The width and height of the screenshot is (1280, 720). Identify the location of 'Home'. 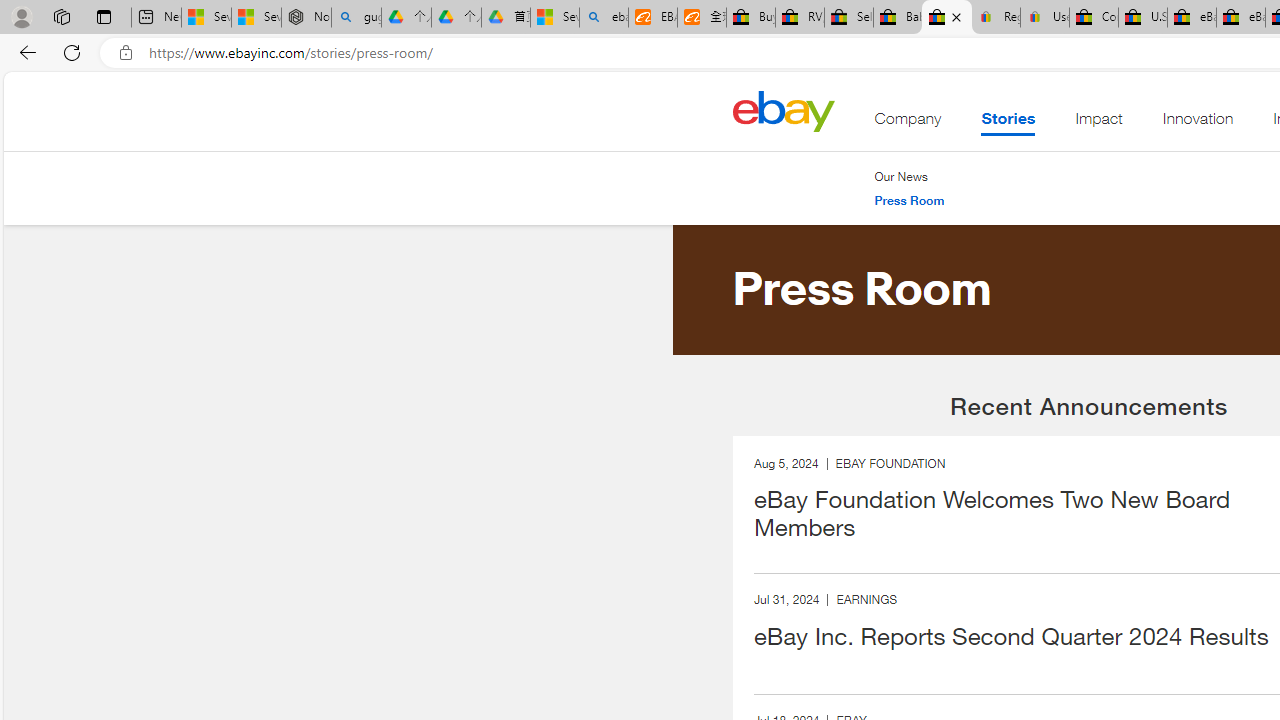
(782, 111).